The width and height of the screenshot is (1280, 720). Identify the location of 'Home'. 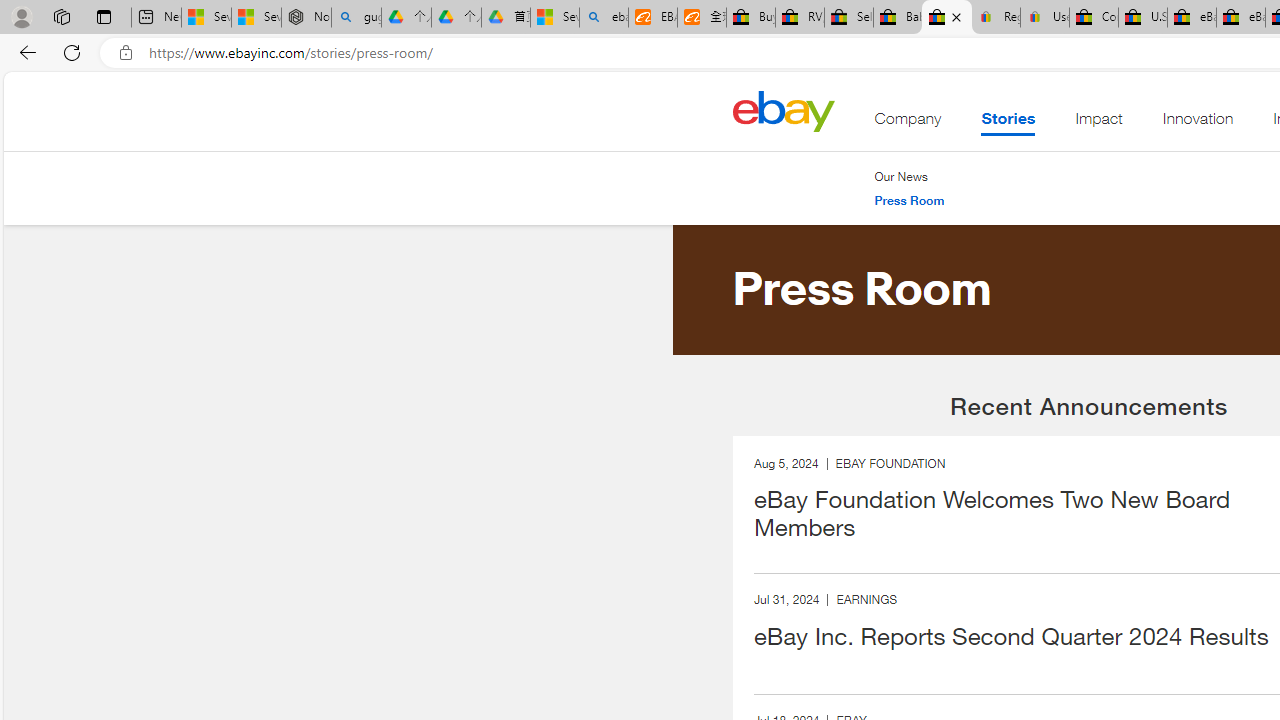
(782, 111).